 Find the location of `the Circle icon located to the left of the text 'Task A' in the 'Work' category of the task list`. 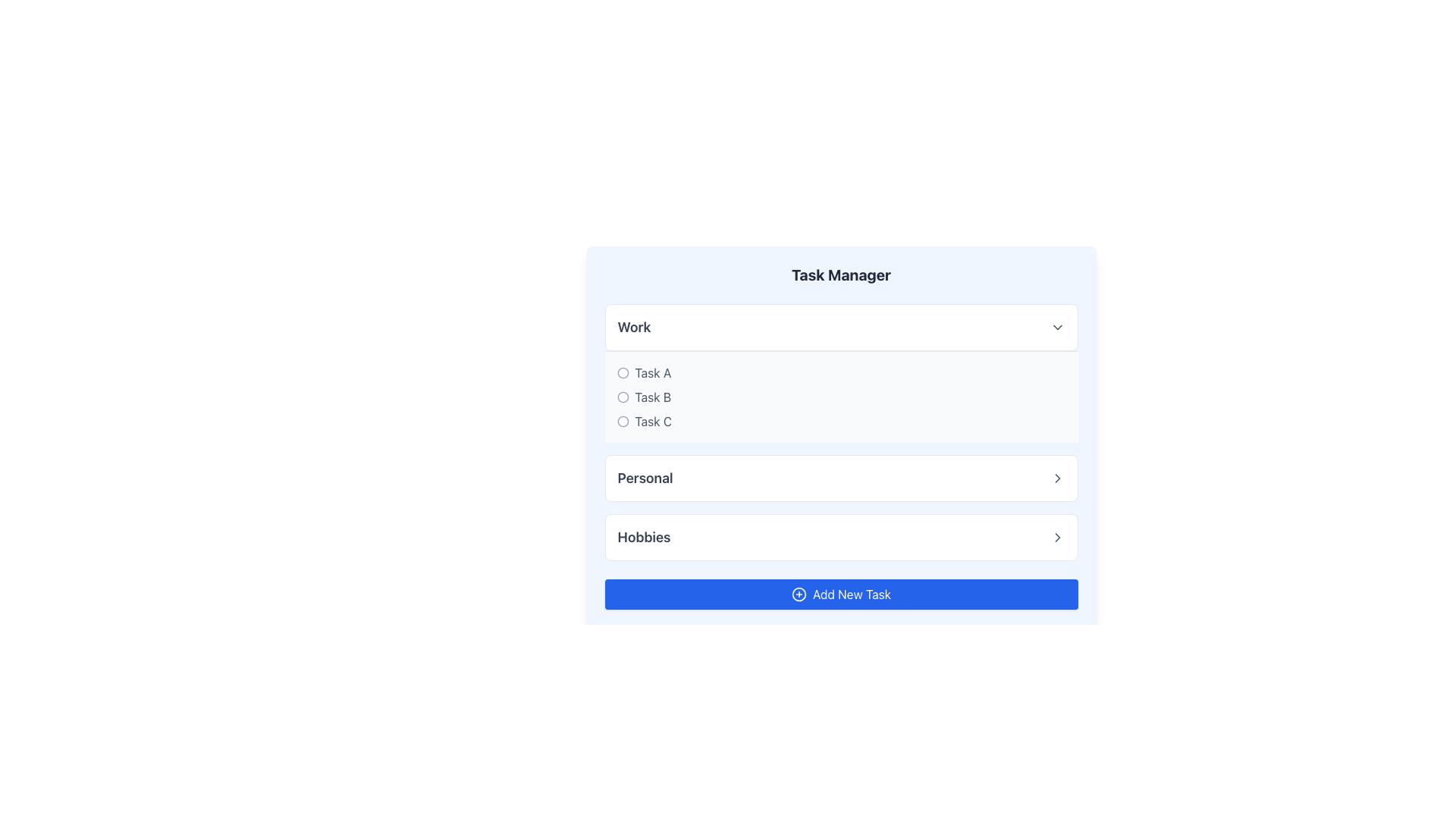

the Circle icon located to the left of the text 'Task A' in the 'Work' category of the task list is located at coordinates (623, 373).